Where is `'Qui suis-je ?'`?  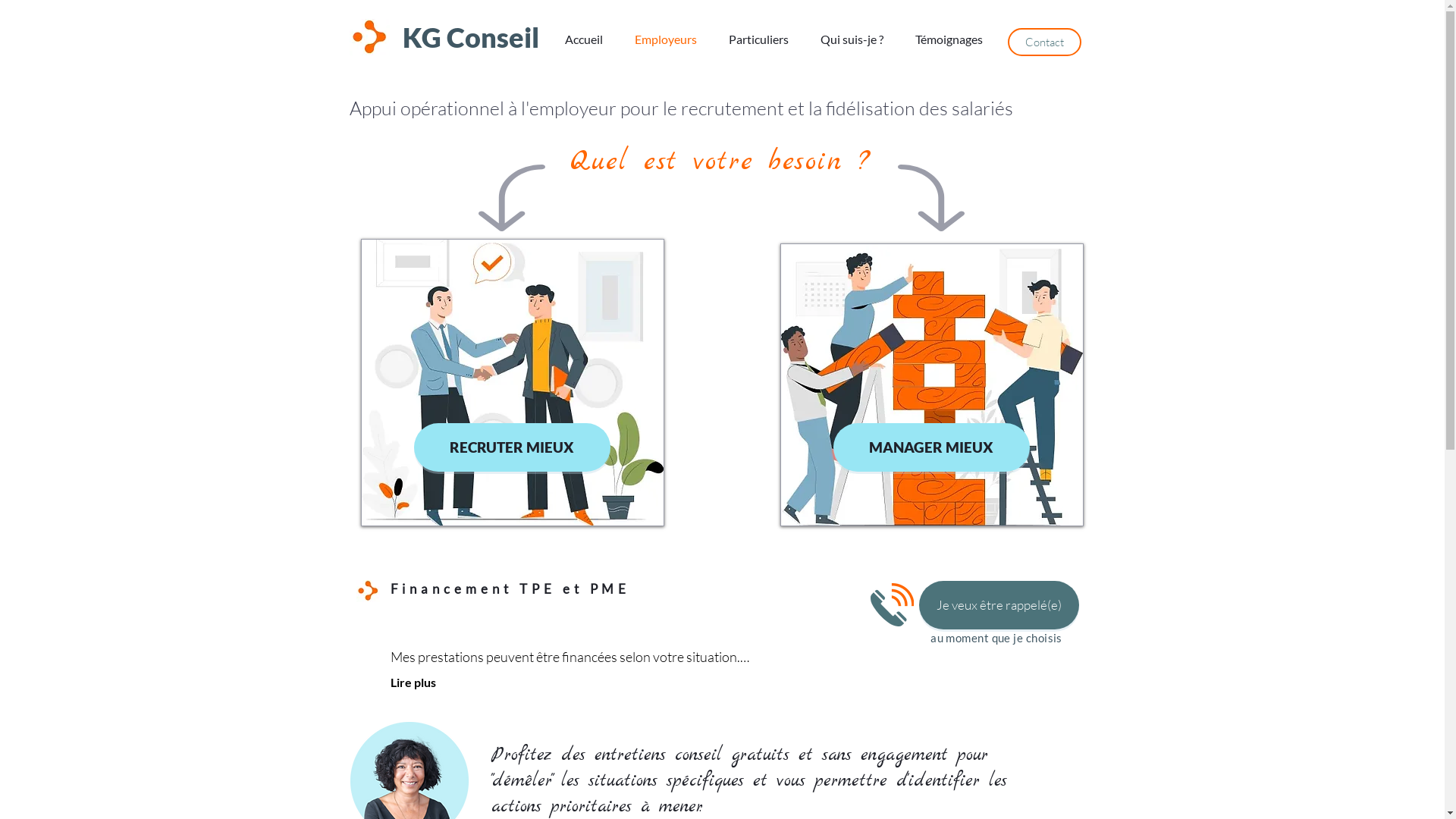 'Qui suis-je ?' is located at coordinates (855, 42).